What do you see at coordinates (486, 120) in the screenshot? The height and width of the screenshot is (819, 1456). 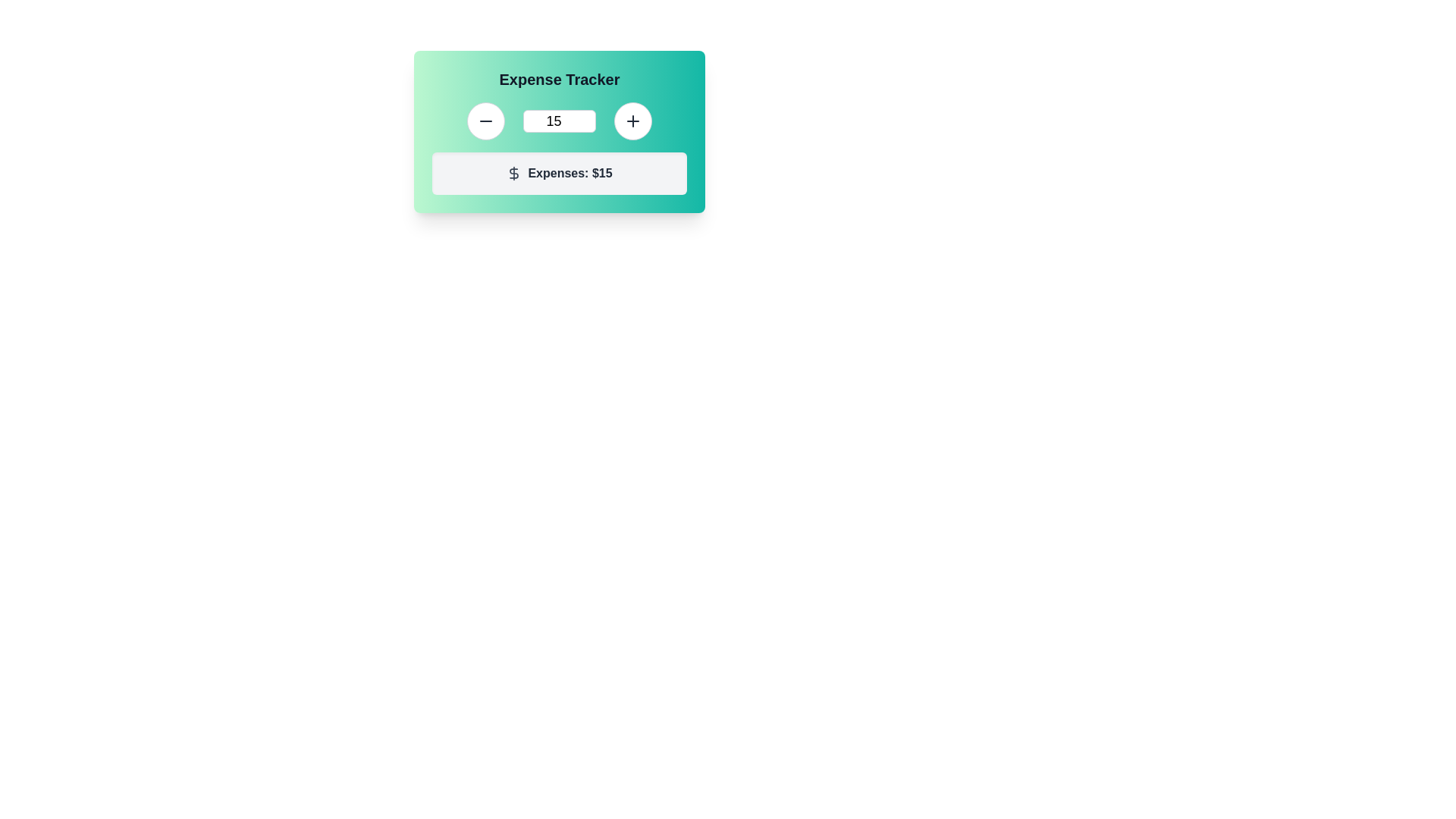 I see `the minus icon within the circular button that has a white background and a gray border, which is used for decreasing numeric values` at bounding box center [486, 120].